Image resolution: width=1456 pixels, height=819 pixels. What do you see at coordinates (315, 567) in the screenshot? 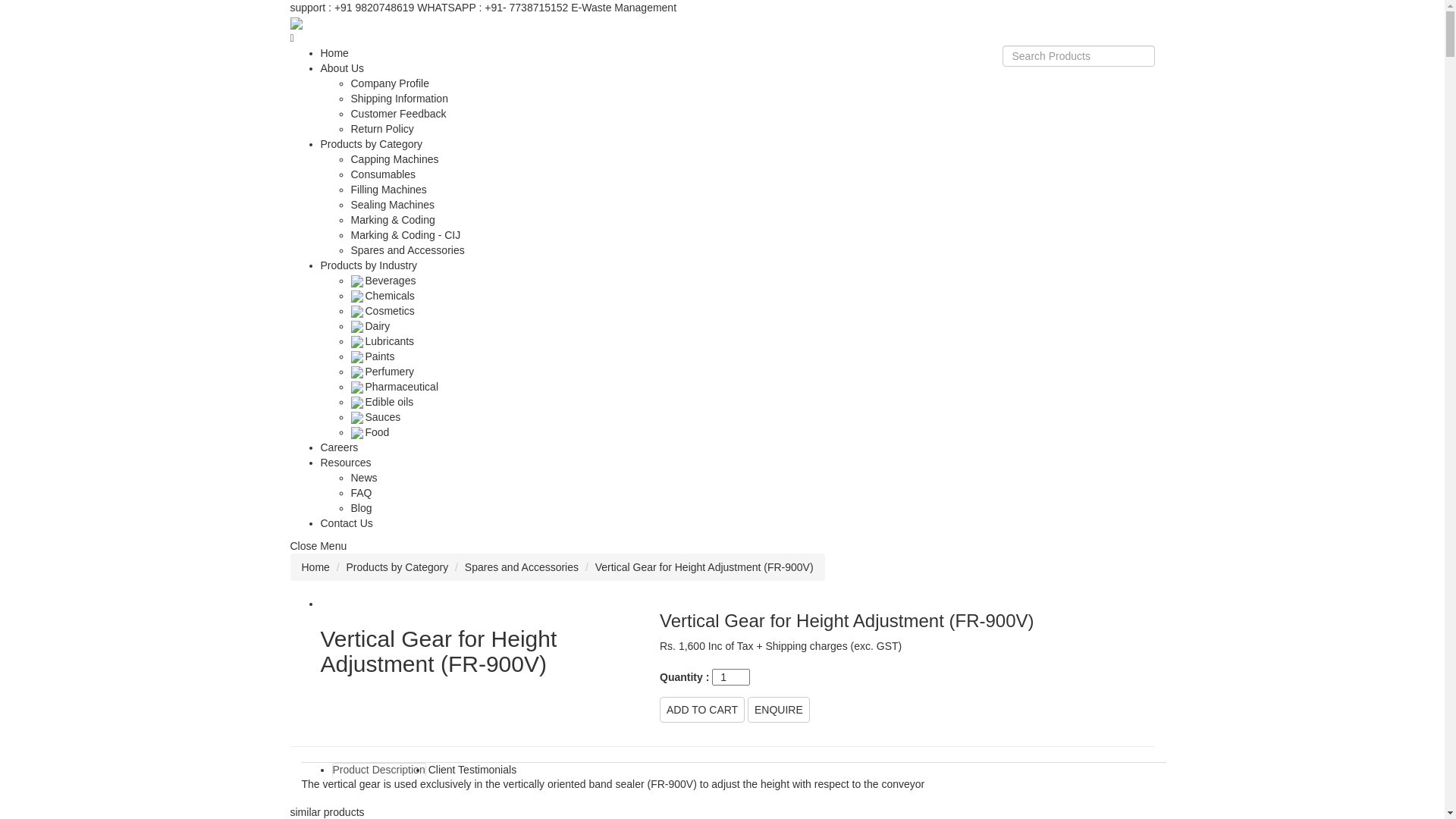
I see `'Home'` at bounding box center [315, 567].